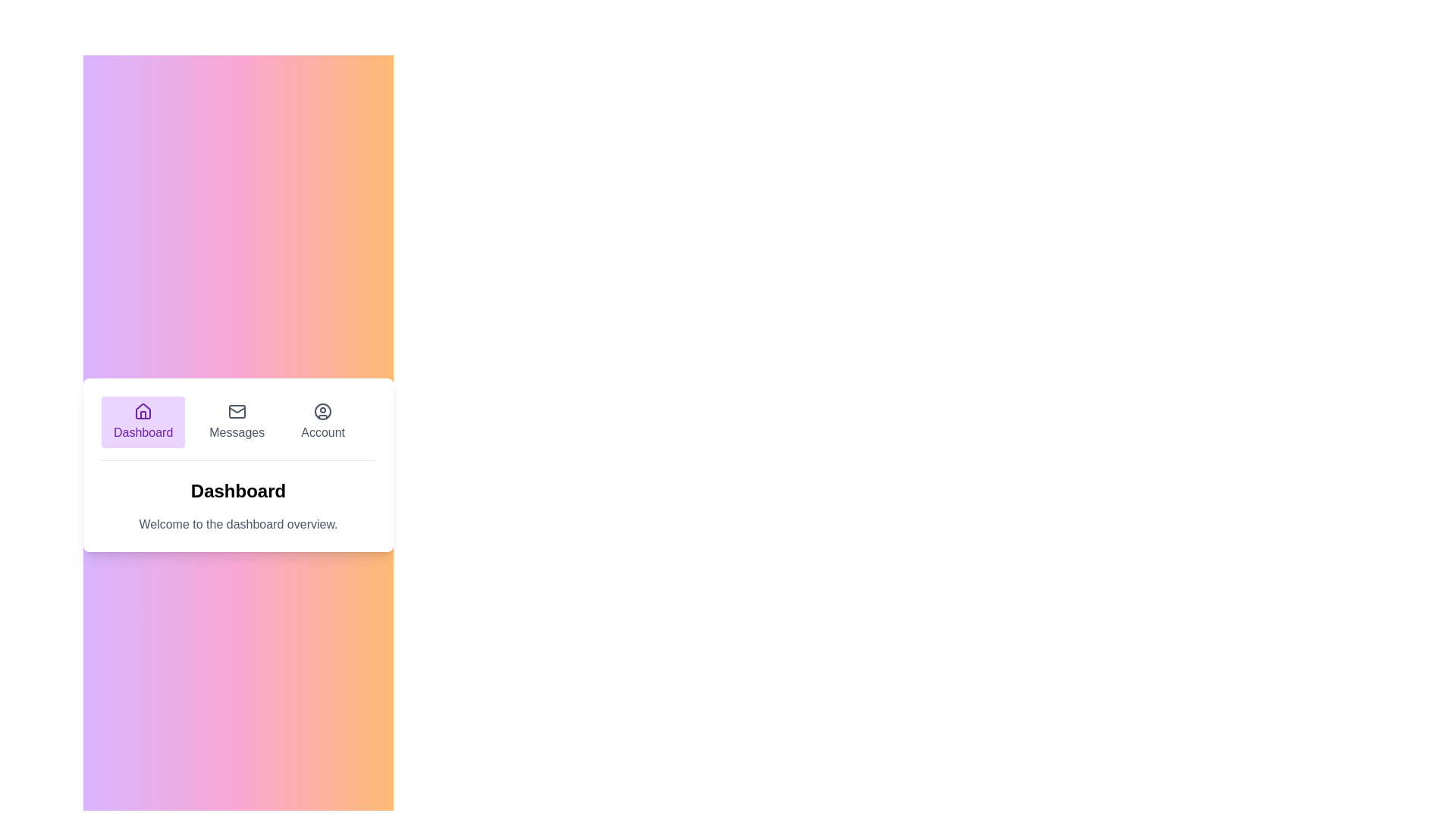 This screenshot has width=1456, height=819. What do you see at coordinates (236, 421) in the screenshot?
I see `the Messages tab to view its content` at bounding box center [236, 421].